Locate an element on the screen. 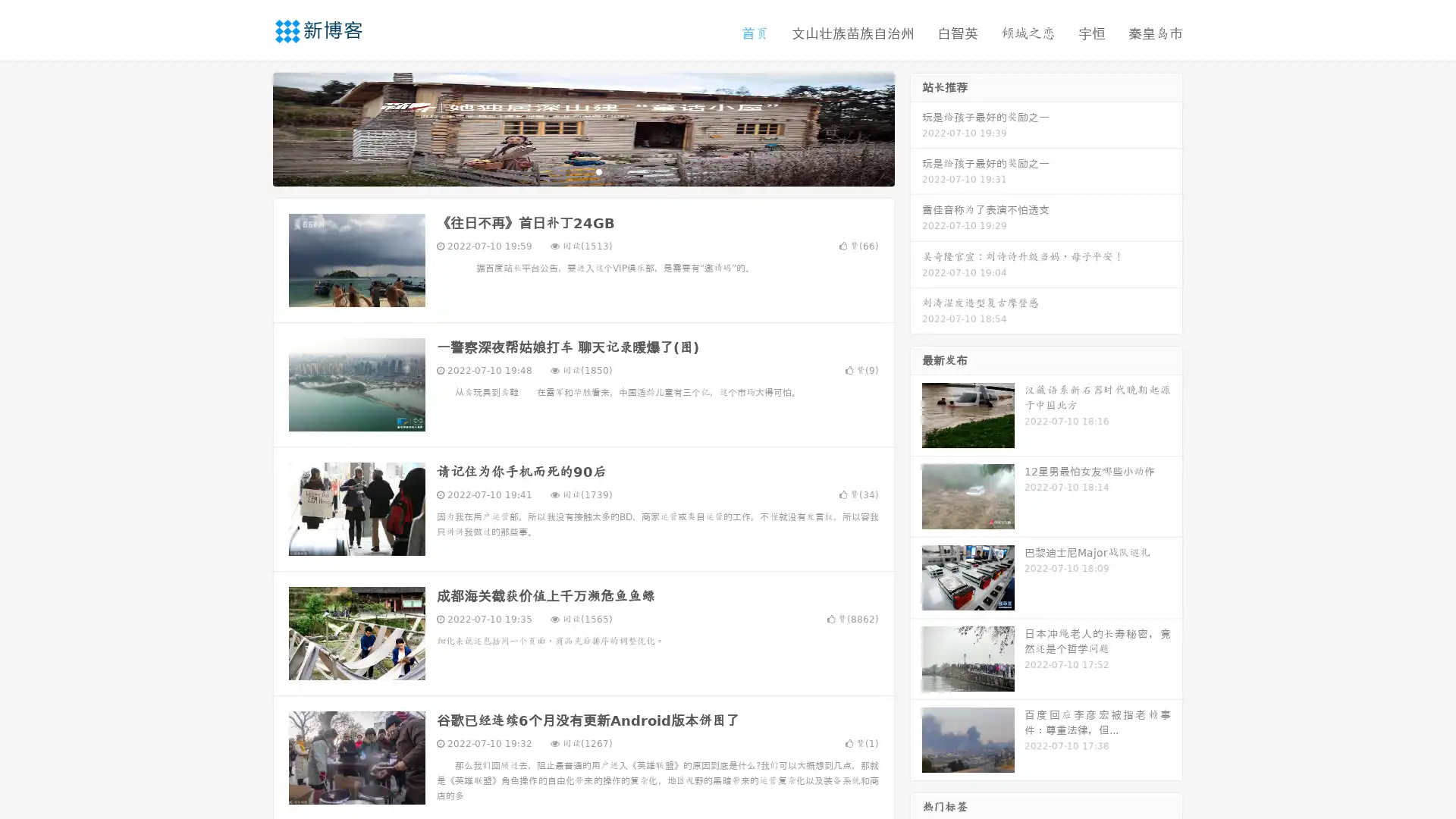 The image size is (1456, 819). Go to slide 3 is located at coordinates (598, 171).